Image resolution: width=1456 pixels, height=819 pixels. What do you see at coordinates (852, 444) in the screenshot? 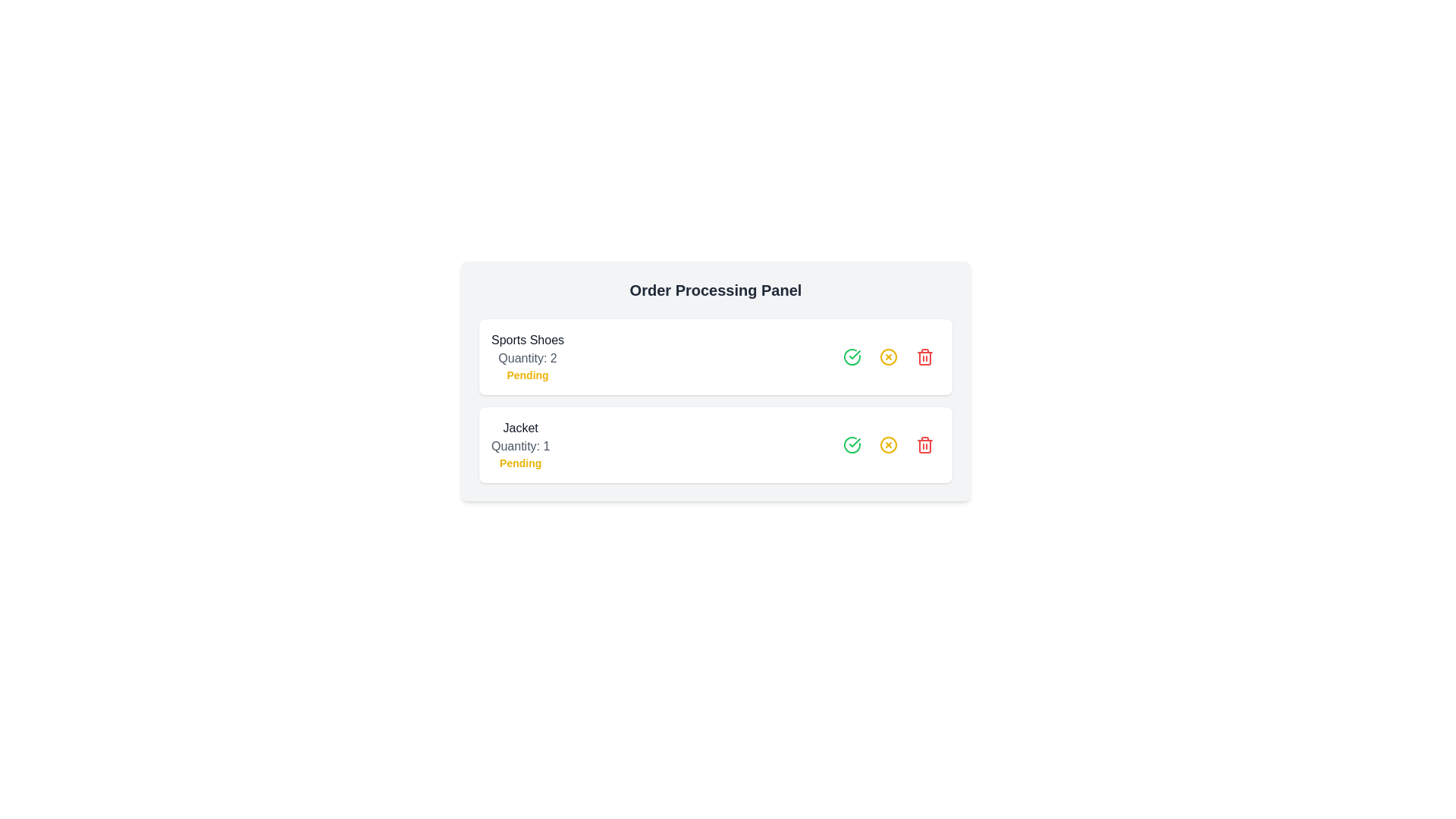
I see `the confirmation icon (check mark enclosed in a circle) located in the 'Jacket' order item within the 'Order Processing Panel' to mark this order as confirmed` at bounding box center [852, 444].